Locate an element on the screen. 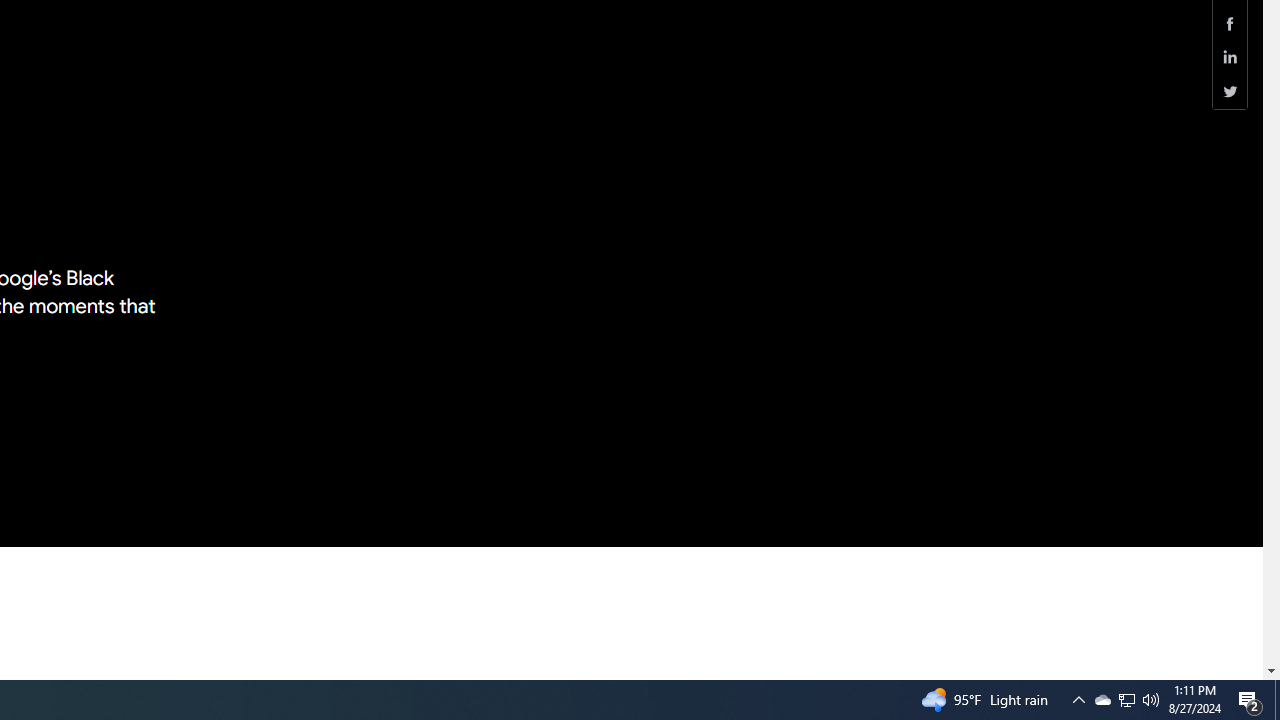 The width and height of the screenshot is (1280, 720). 'Share this page (Twitter)' is located at coordinates (1229, 91).